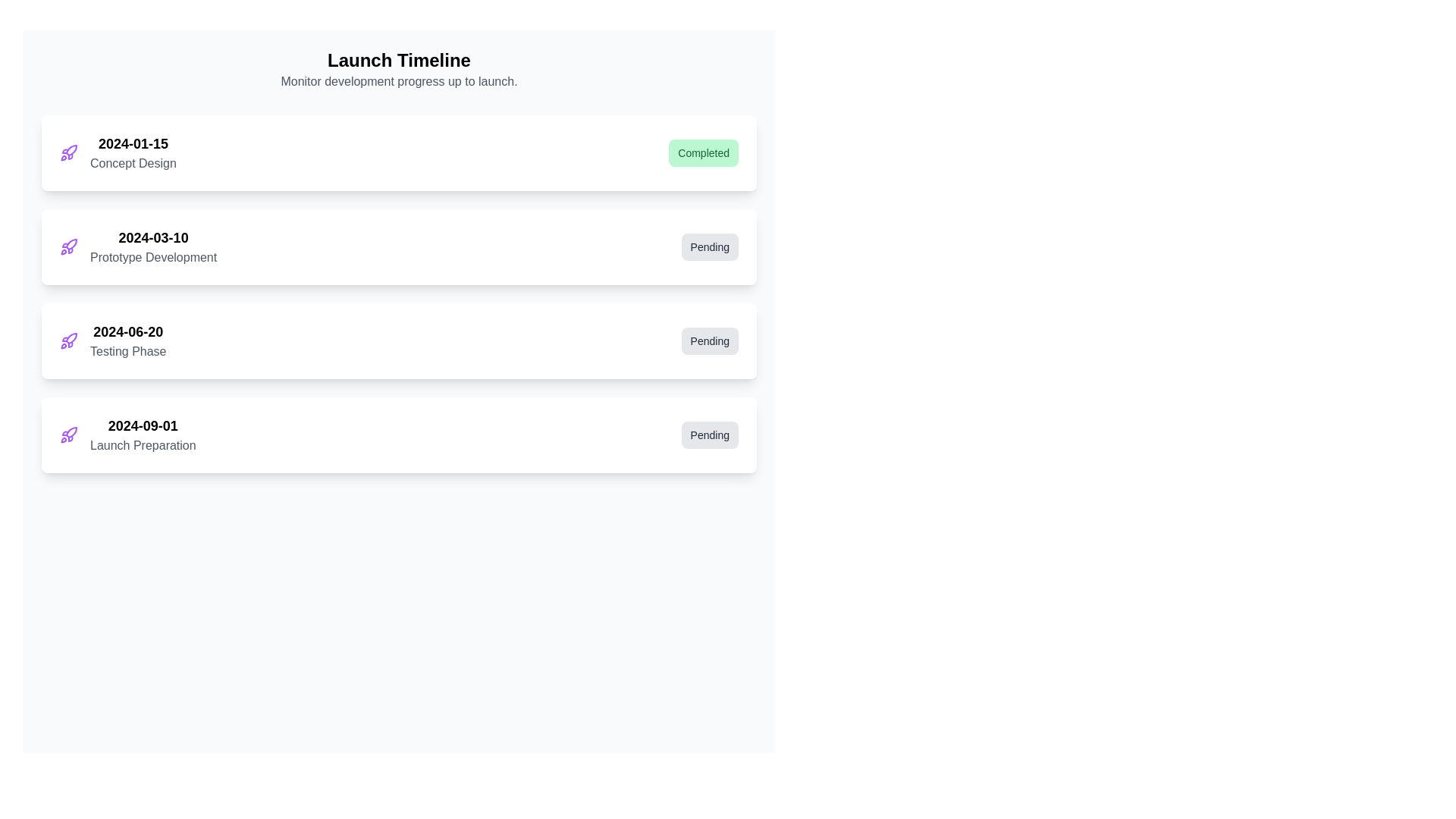  What do you see at coordinates (133, 143) in the screenshot?
I see `date text '2024-01-15' displayed in bold at the top left of the rectangular box in the vertical timeline layout` at bounding box center [133, 143].